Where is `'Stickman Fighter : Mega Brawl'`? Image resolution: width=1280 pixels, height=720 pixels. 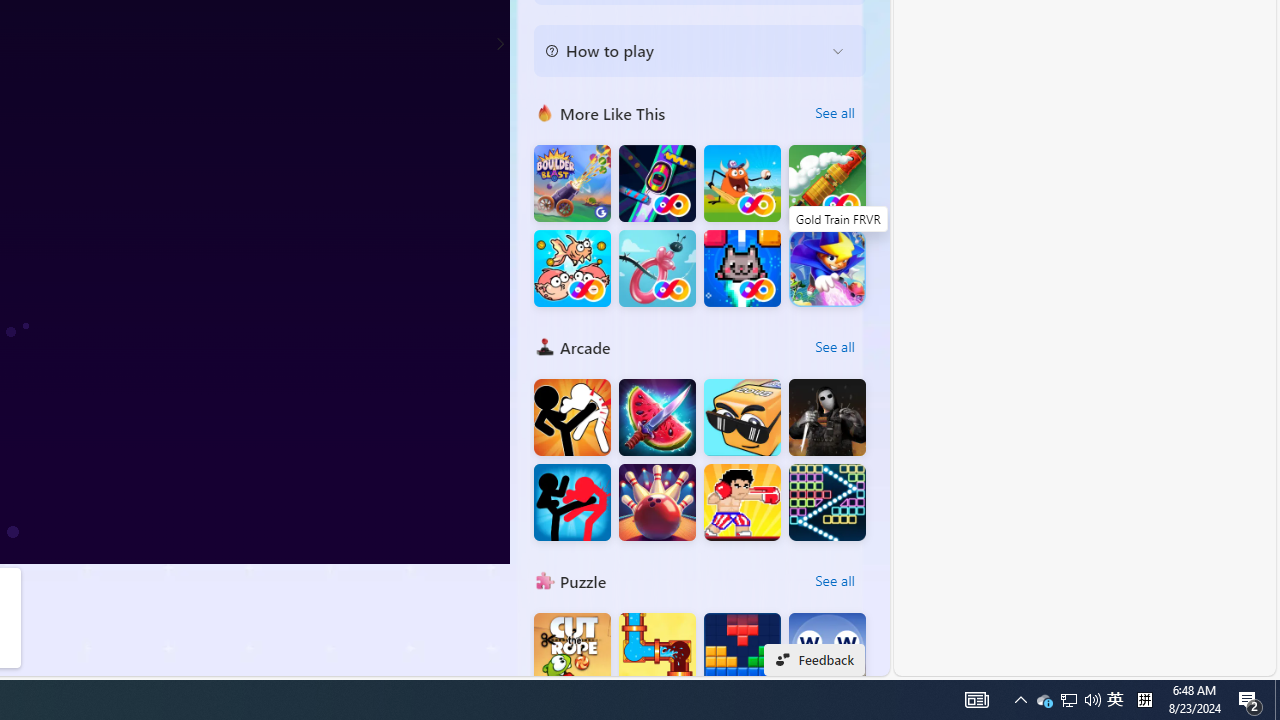
'Stickman Fighter : Mega Brawl' is located at coordinates (571, 416).